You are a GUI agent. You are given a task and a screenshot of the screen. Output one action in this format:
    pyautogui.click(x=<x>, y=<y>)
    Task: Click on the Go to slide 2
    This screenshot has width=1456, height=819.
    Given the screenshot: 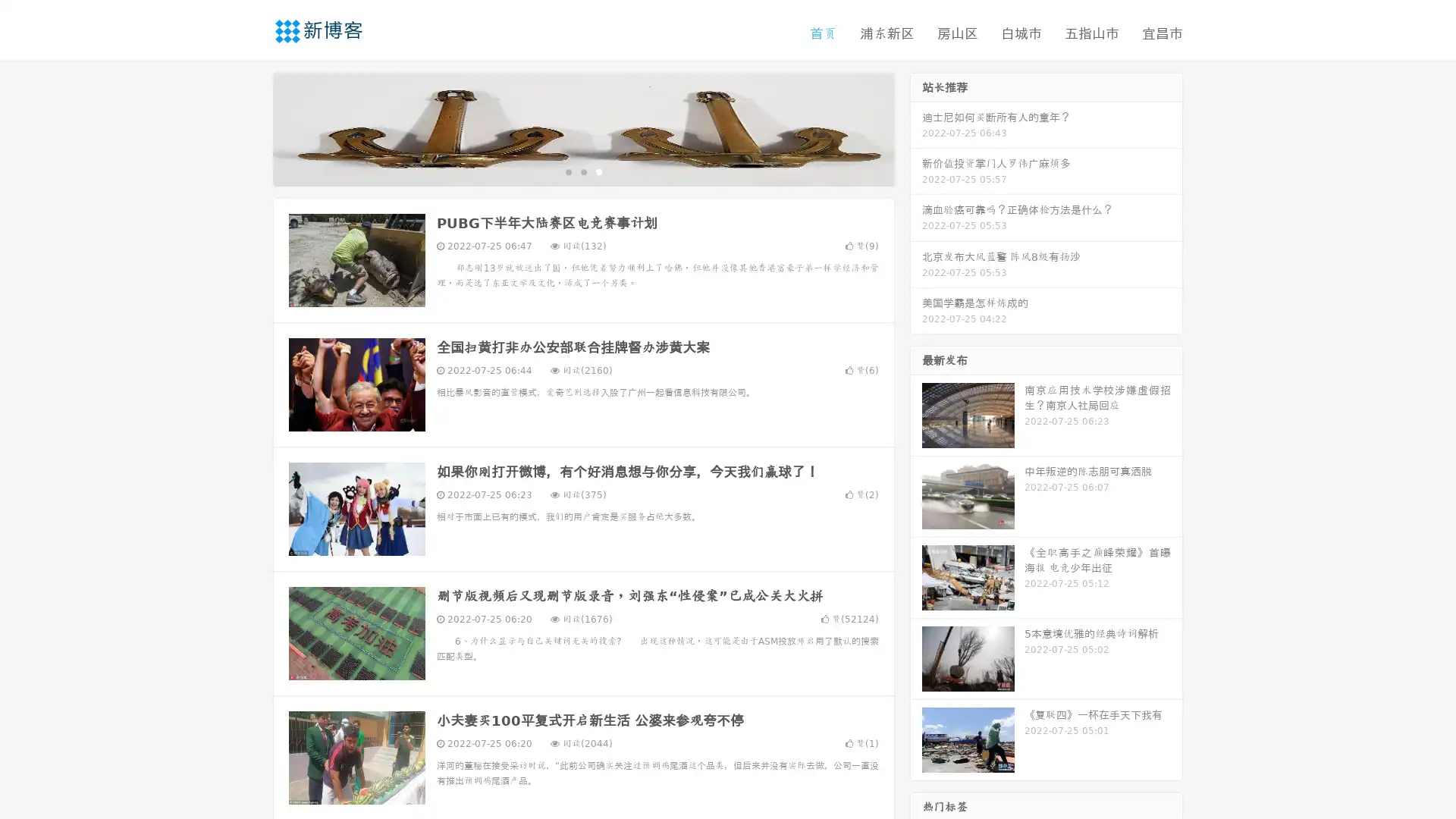 What is the action you would take?
    pyautogui.click(x=582, y=171)
    